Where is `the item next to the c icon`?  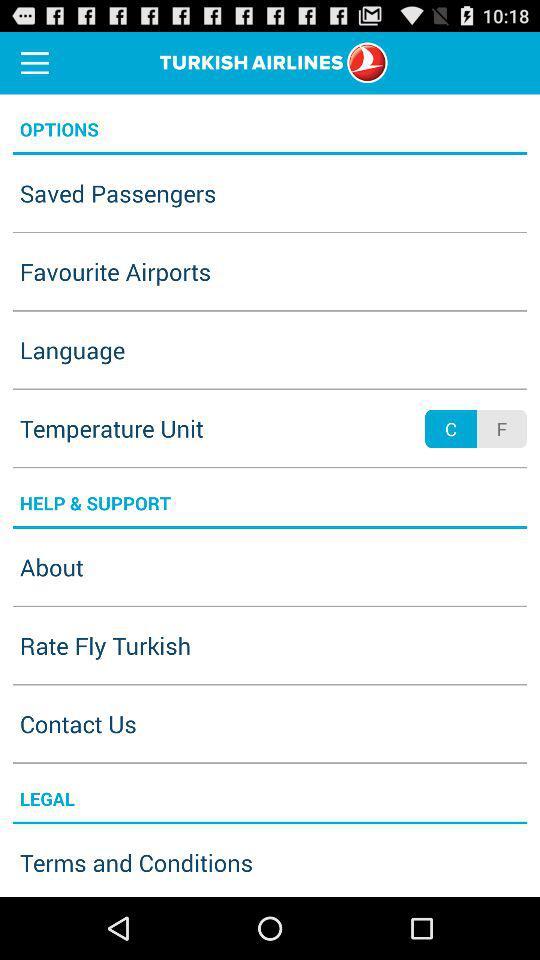
the item next to the c icon is located at coordinates (500, 429).